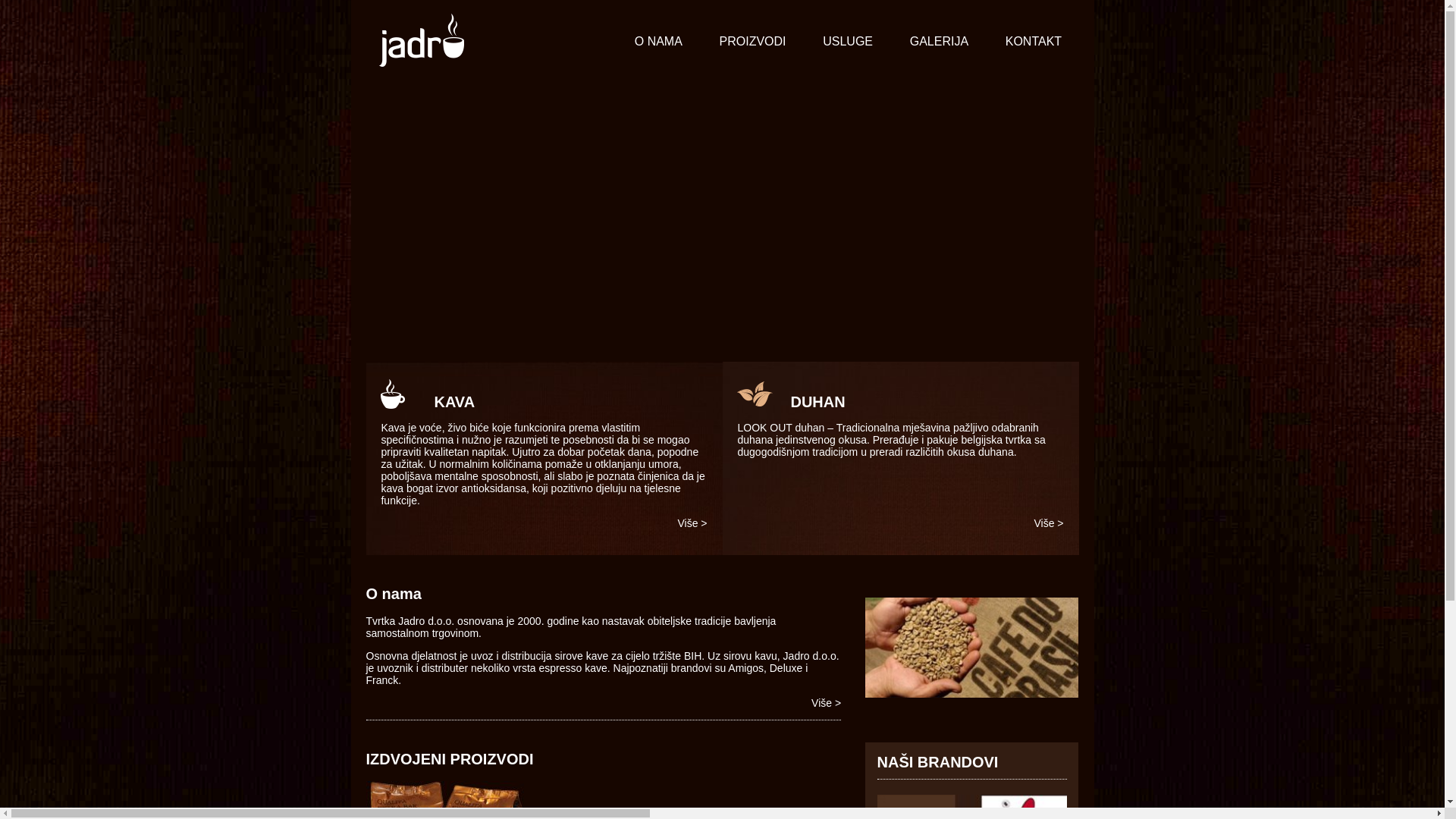  Describe the element at coordinates (847, 41) in the screenshot. I see `'USLUGE'` at that location.